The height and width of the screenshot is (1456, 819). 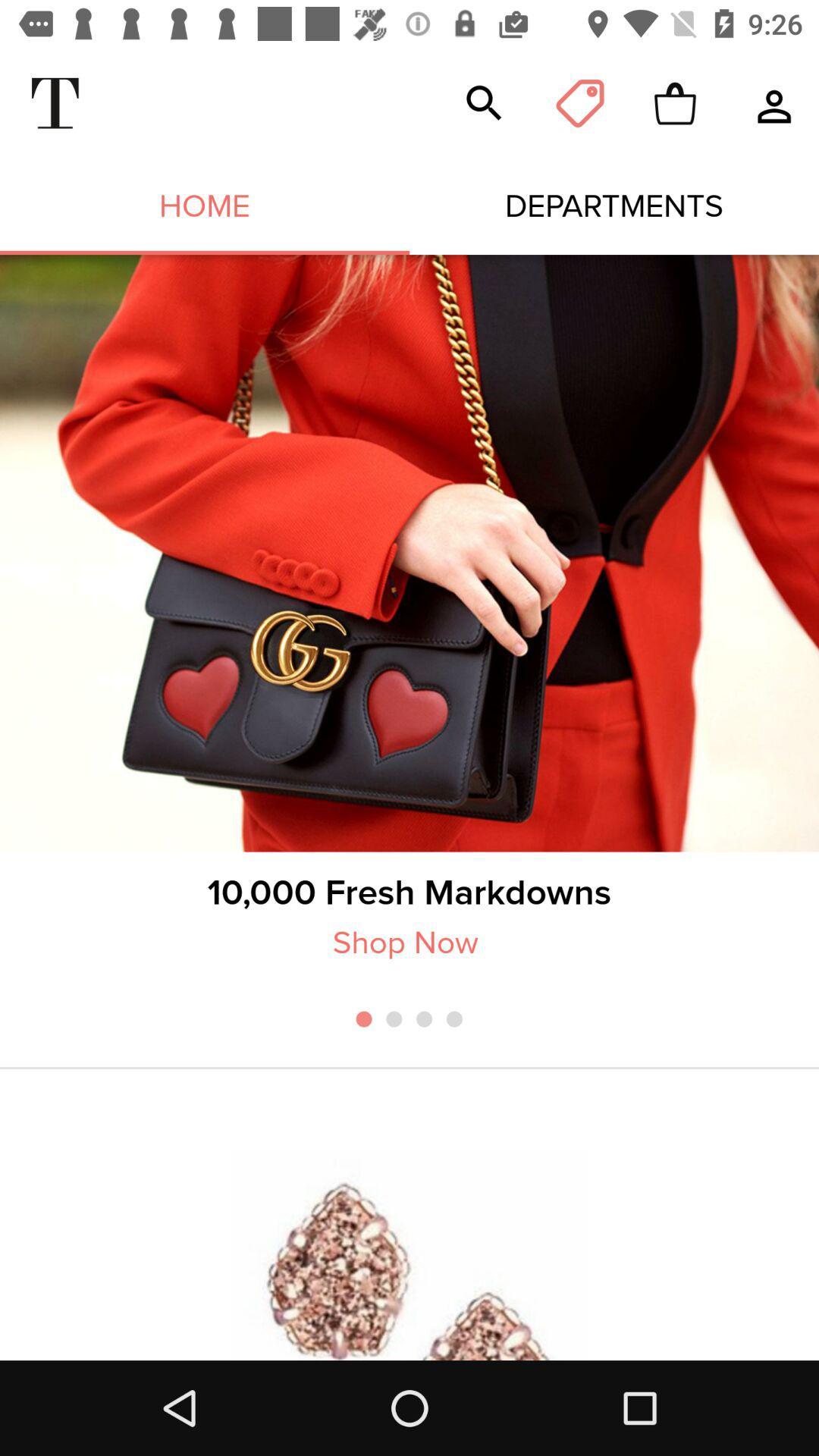 I want to click on second image, so click(x=409, y=1254).